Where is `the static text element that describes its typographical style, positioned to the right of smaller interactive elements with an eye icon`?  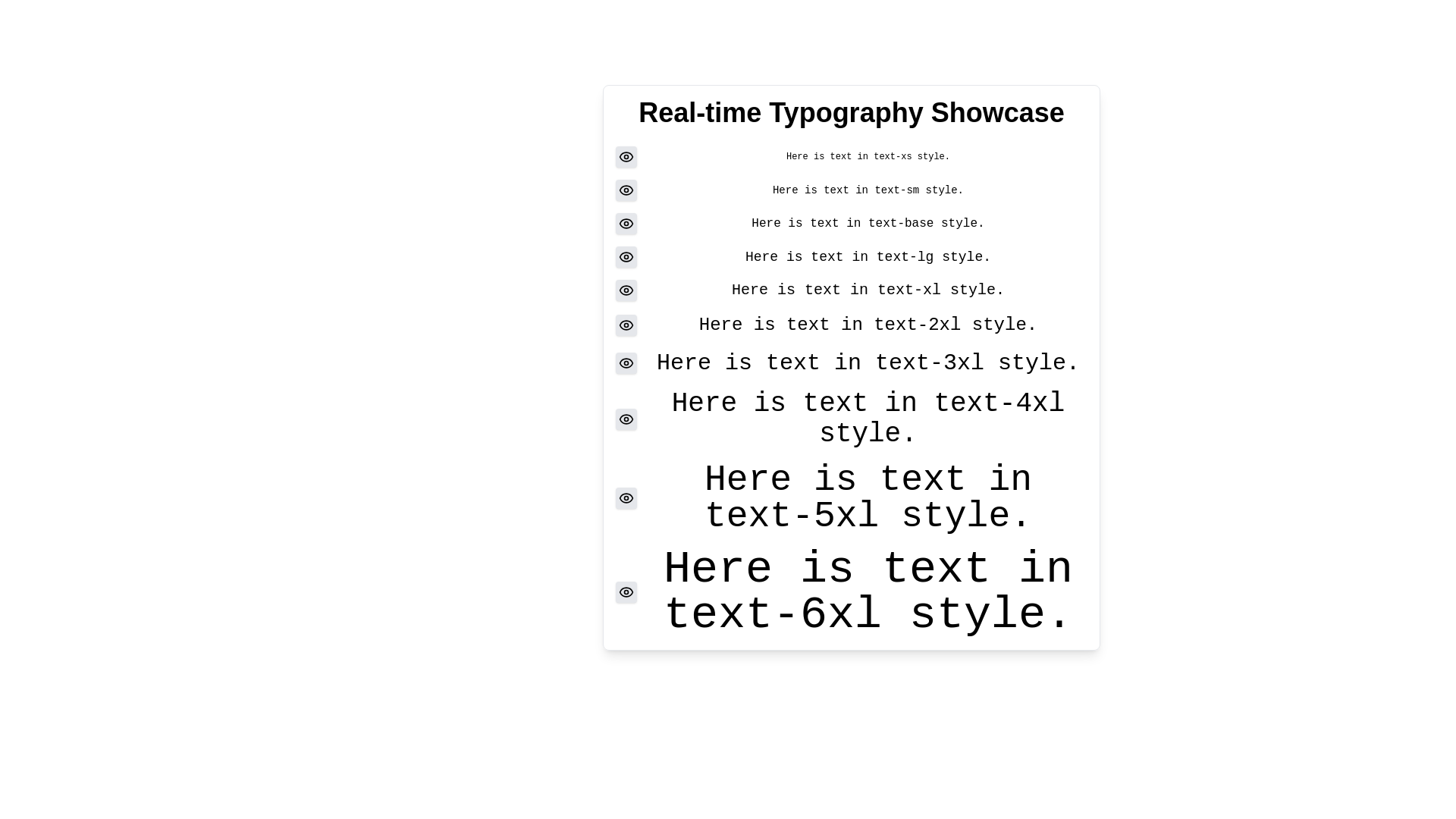
the static text element that describes its typographical style, positioned to the right of smaller interactive elements with an eye icon is located at coordinates (868, 223).